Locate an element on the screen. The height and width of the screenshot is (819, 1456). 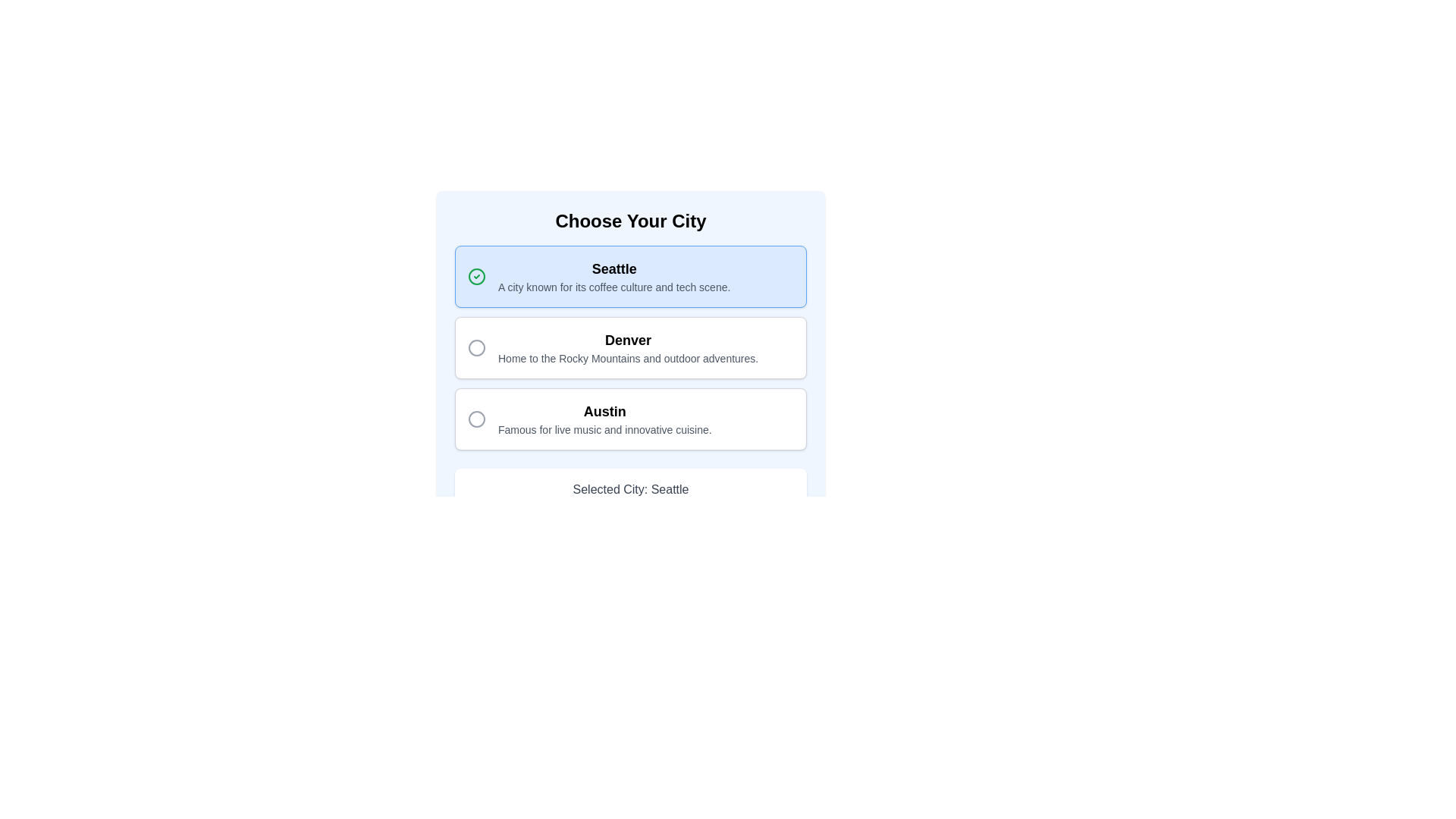
the circular radio button located within the 'Denver' selection option, which is positioned below 'Seattle' and above 'Austin' is located at coordinates (475, 348).